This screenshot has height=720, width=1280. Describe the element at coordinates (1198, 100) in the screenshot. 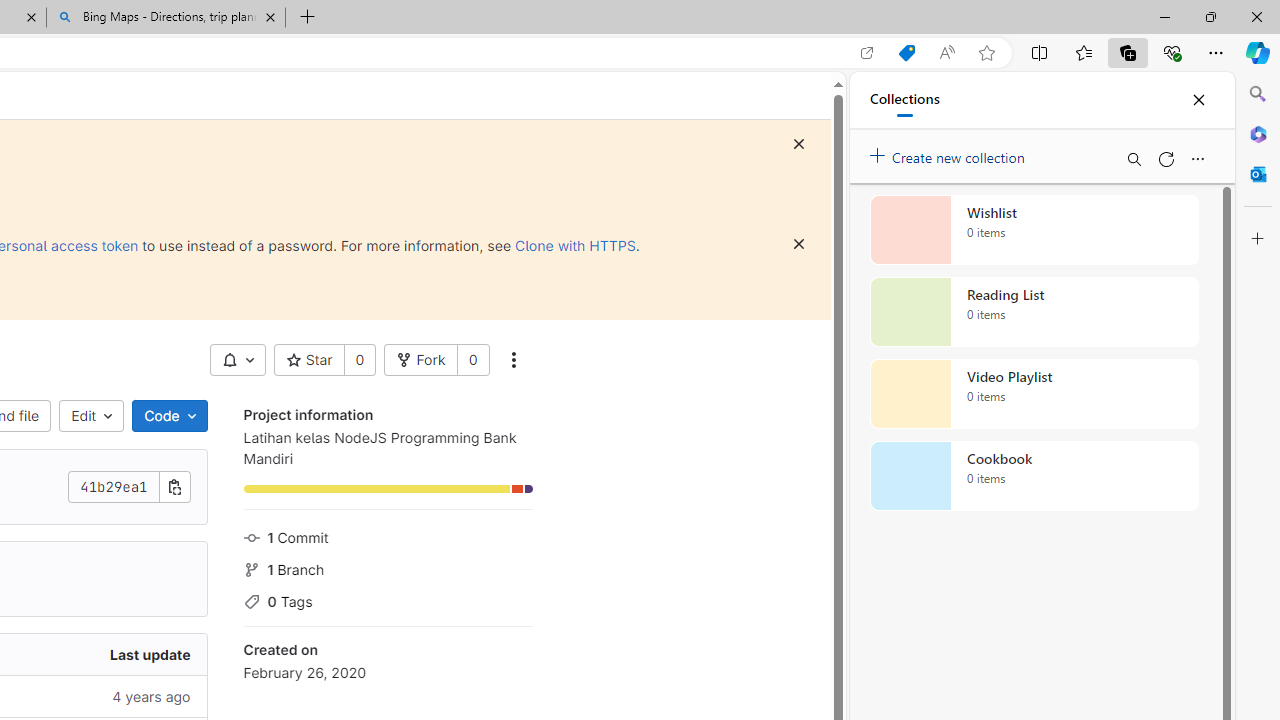

I see `'Close'` at that location.